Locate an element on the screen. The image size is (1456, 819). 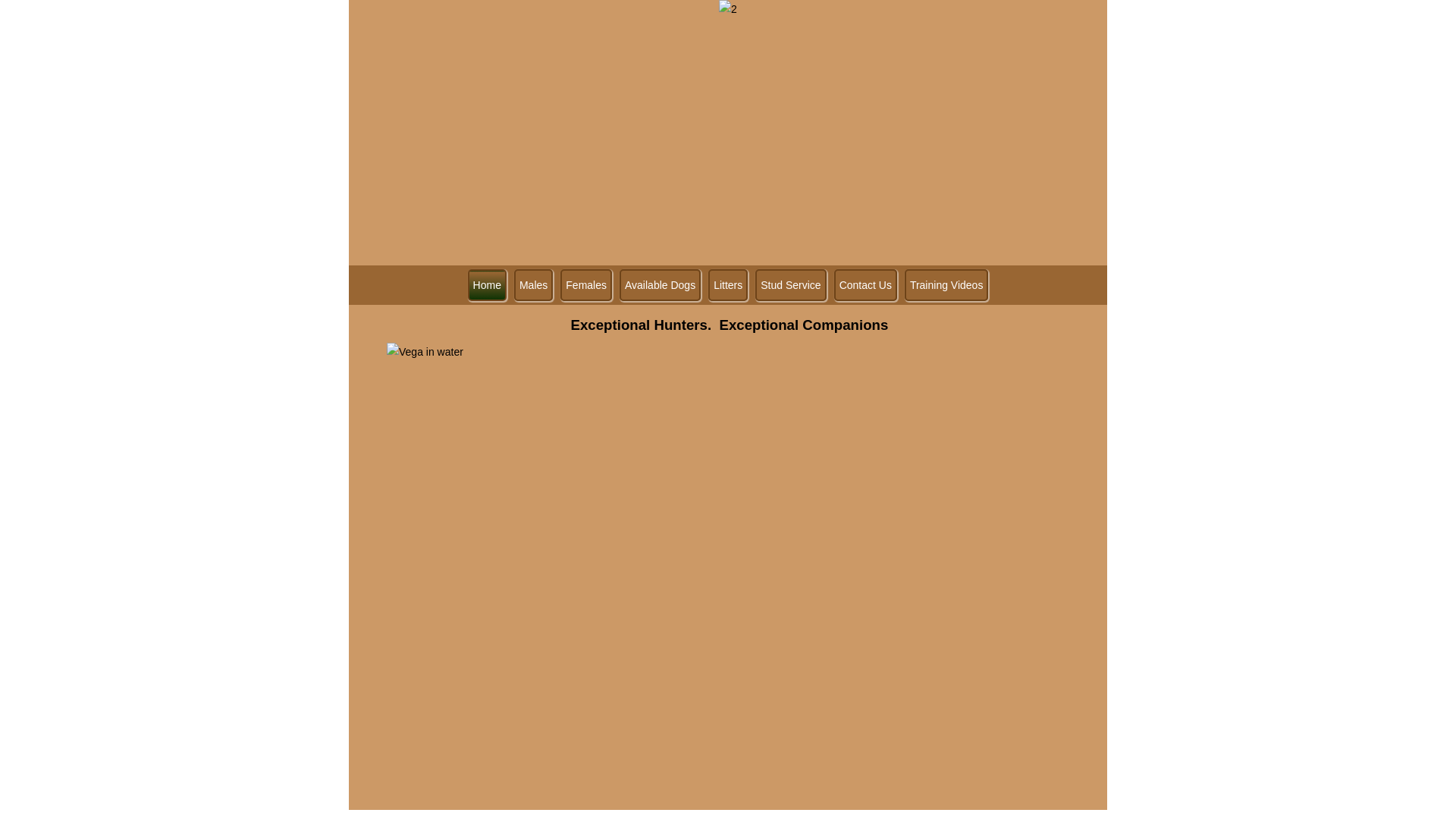
'Contact Us' is located at coordinates (865, 284).